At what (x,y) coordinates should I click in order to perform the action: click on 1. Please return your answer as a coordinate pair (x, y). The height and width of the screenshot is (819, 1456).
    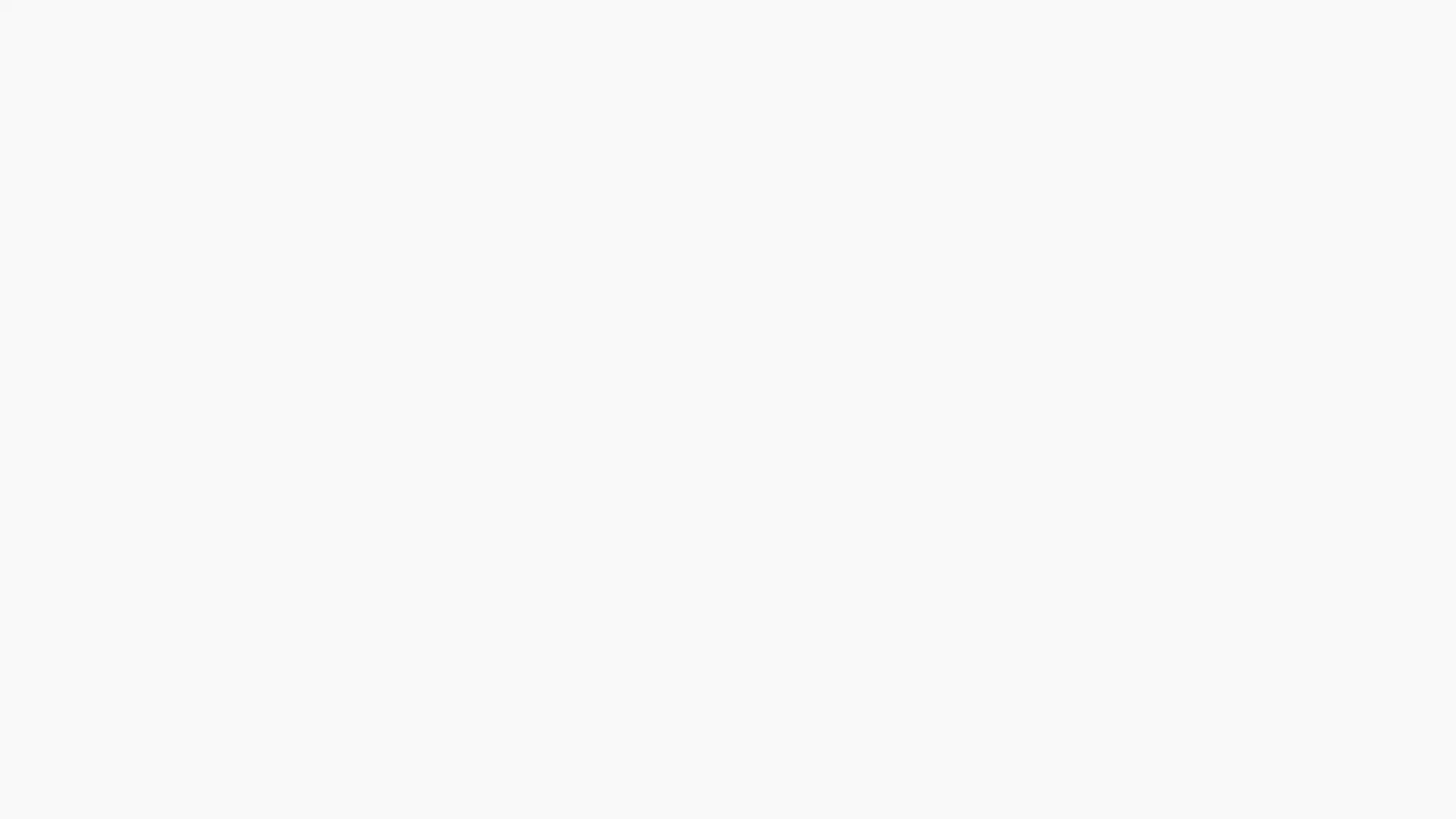
    Looking at the image, I should click on (705, 552).